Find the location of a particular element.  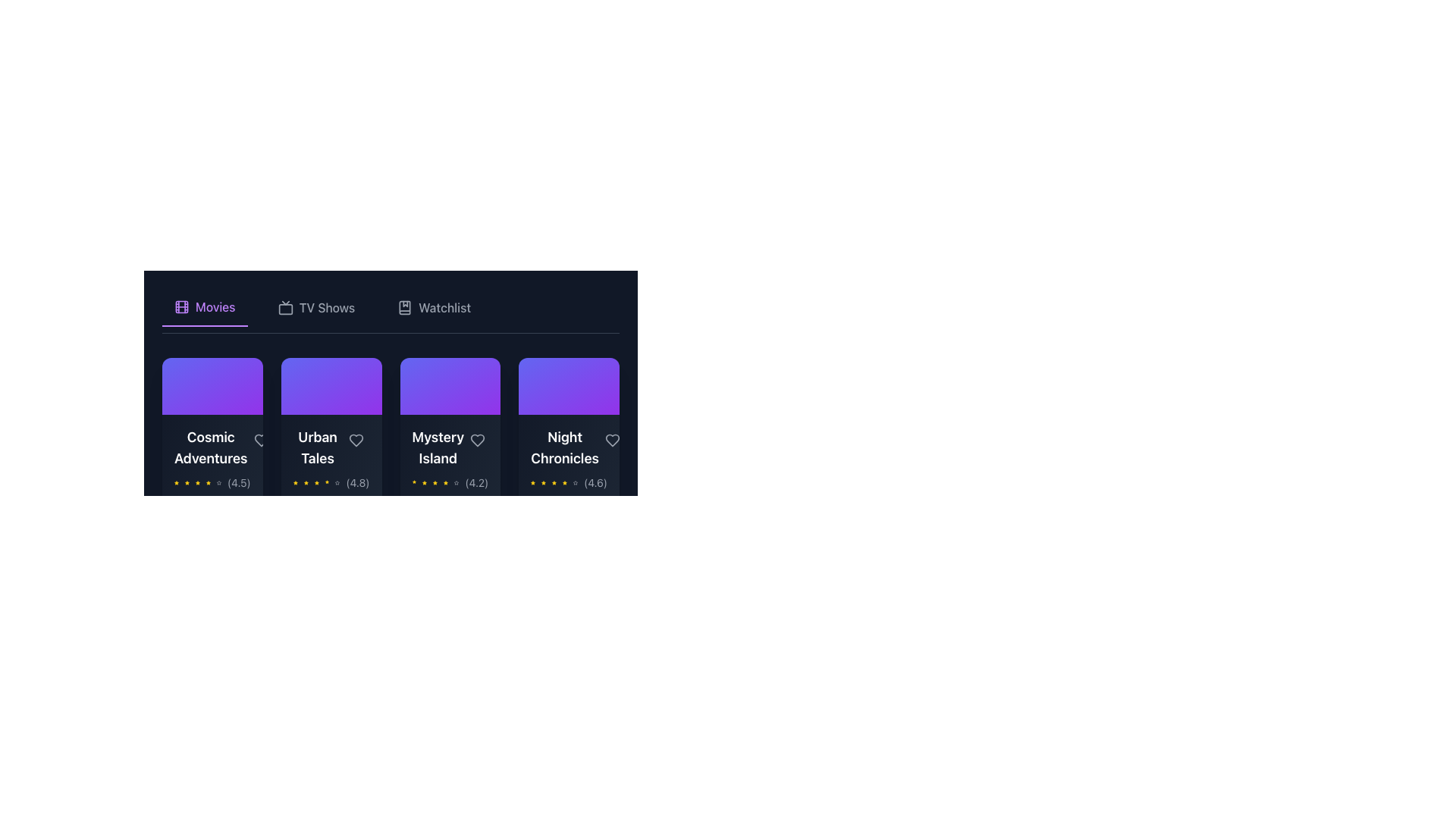

the 'Movies' tab text element, which is the first tab in the horizontal group next to a film reel icon is located at coordinates (215, 307).